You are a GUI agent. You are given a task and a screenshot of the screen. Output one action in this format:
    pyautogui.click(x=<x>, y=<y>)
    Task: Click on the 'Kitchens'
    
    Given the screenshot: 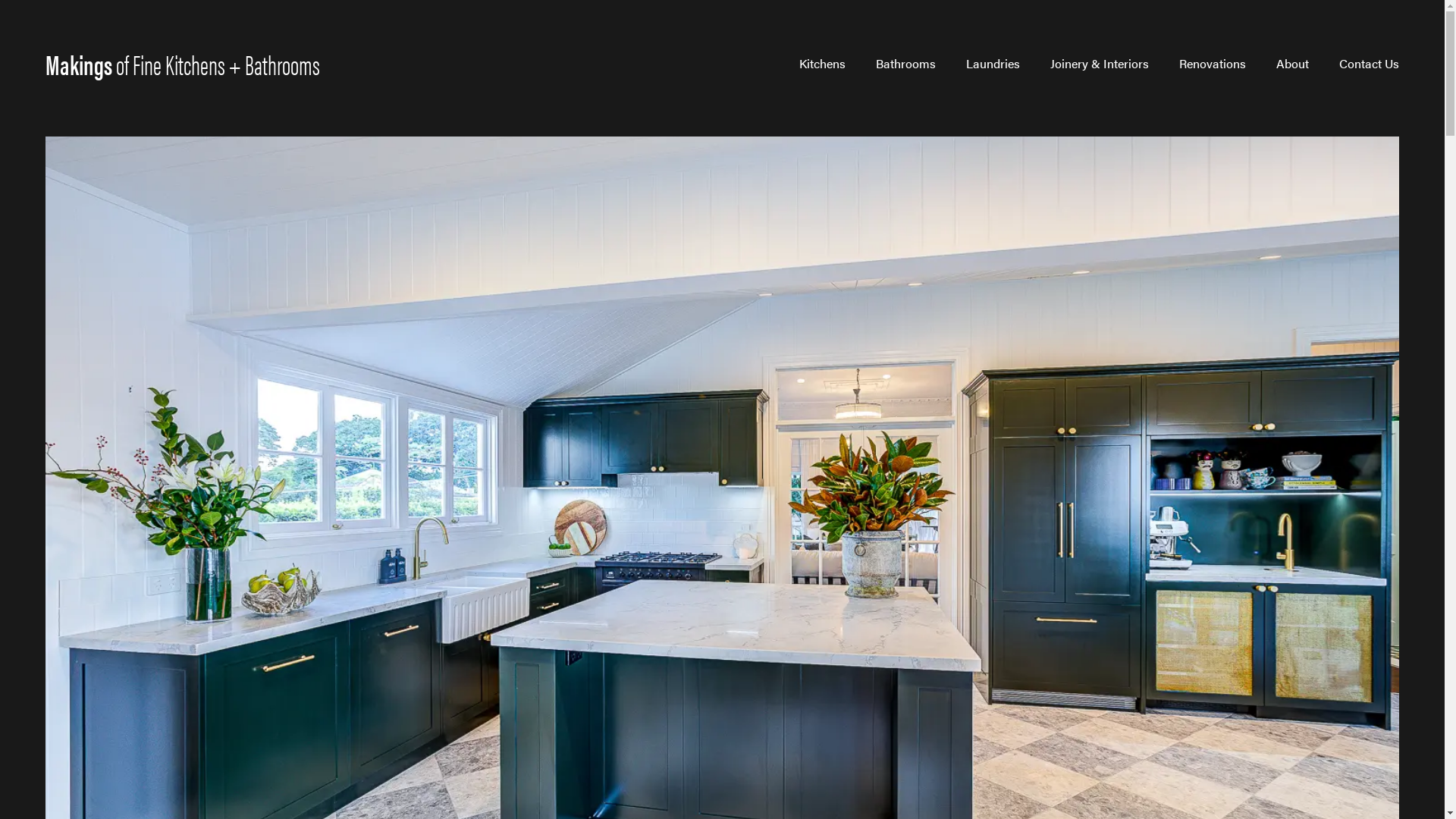 What is the action you would take?
    pyautogui.click(x=821, y=63)
    